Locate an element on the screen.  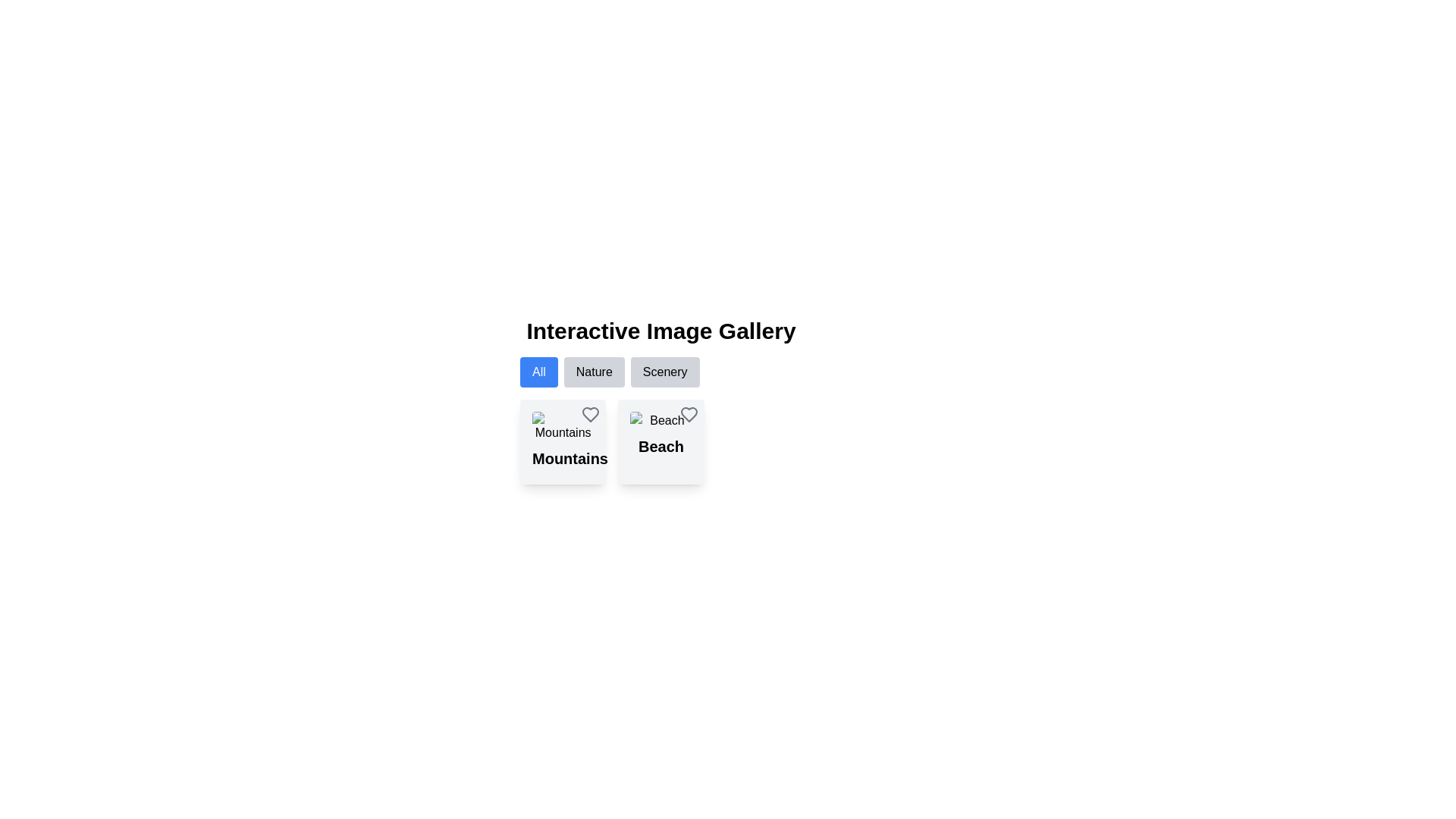
the beach image thumbnail located is located at coordinates (661, 421).